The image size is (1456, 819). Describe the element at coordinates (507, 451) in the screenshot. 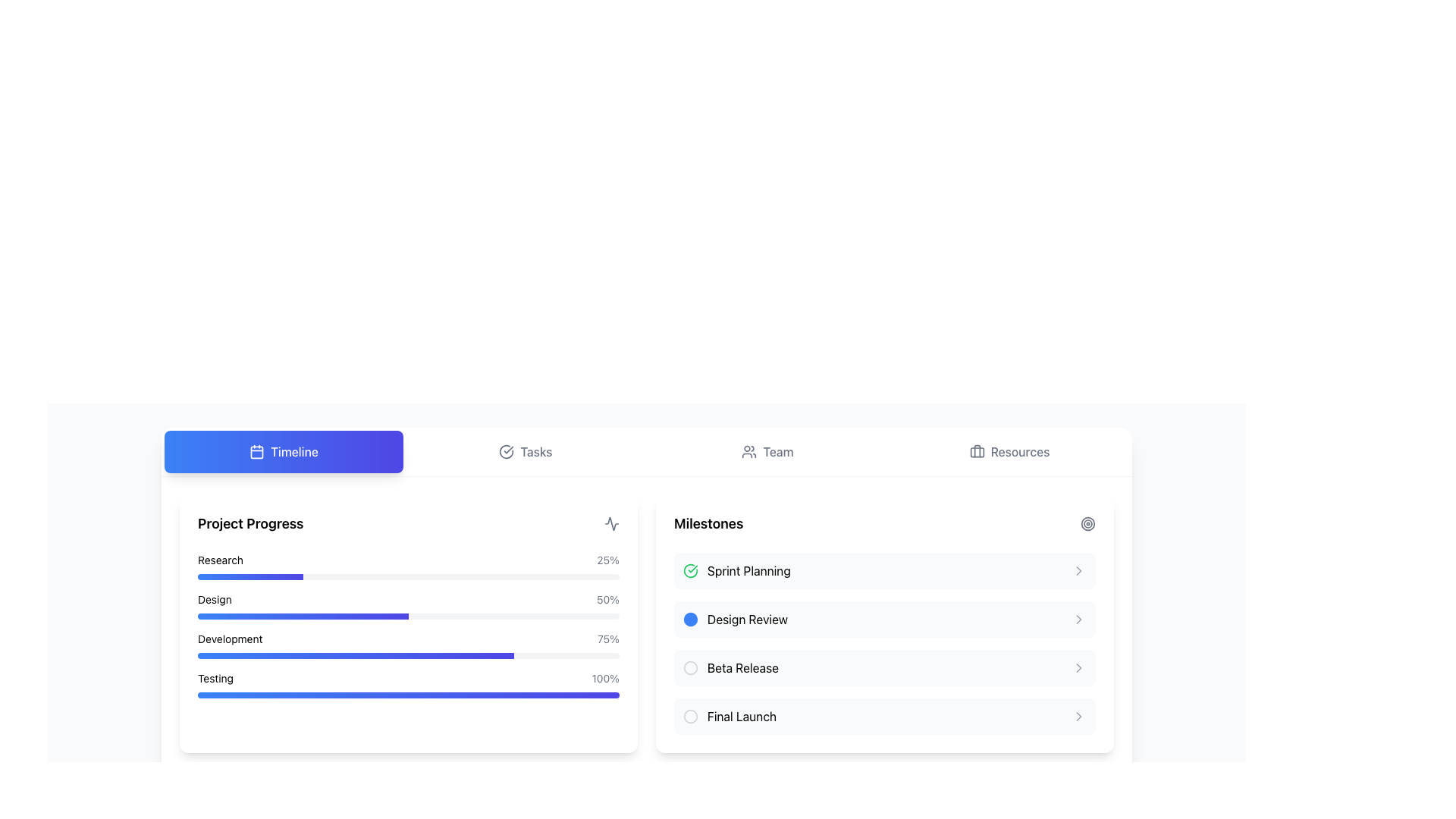

I see `the circular icon with a check mark that is located to the left of the 'Tasks' label in the navigation bar` at that location.